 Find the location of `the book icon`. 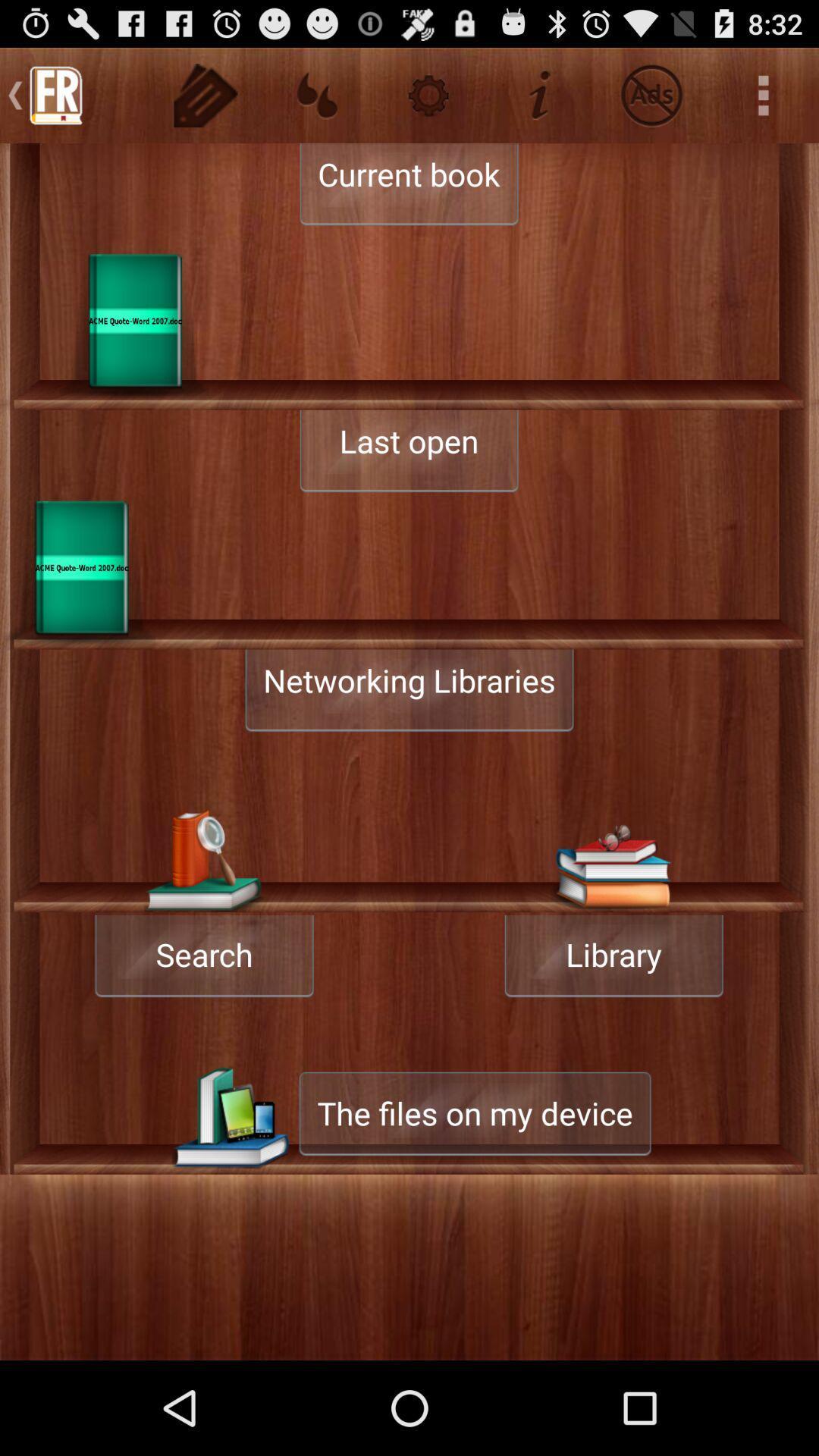

the book icon is located at coordinates (133, 349).